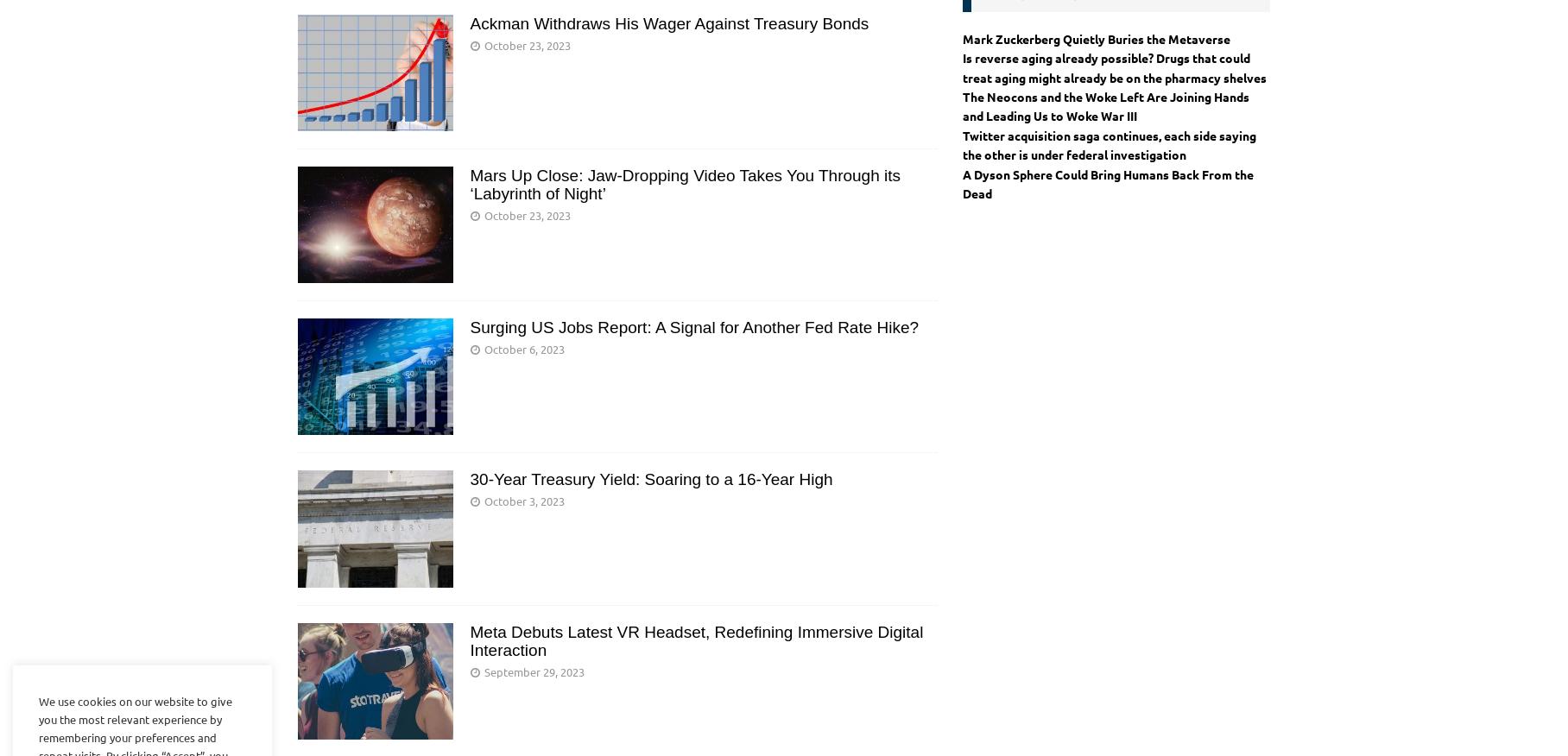 Image resolution: width=1568 pixels, height=756 pixels. What do you see at coordinates (668, 22) in the screenshot?
I see `'Ackman Withdraws His Wager Against Treasury Bonds'` at bounding box center [668, 22].